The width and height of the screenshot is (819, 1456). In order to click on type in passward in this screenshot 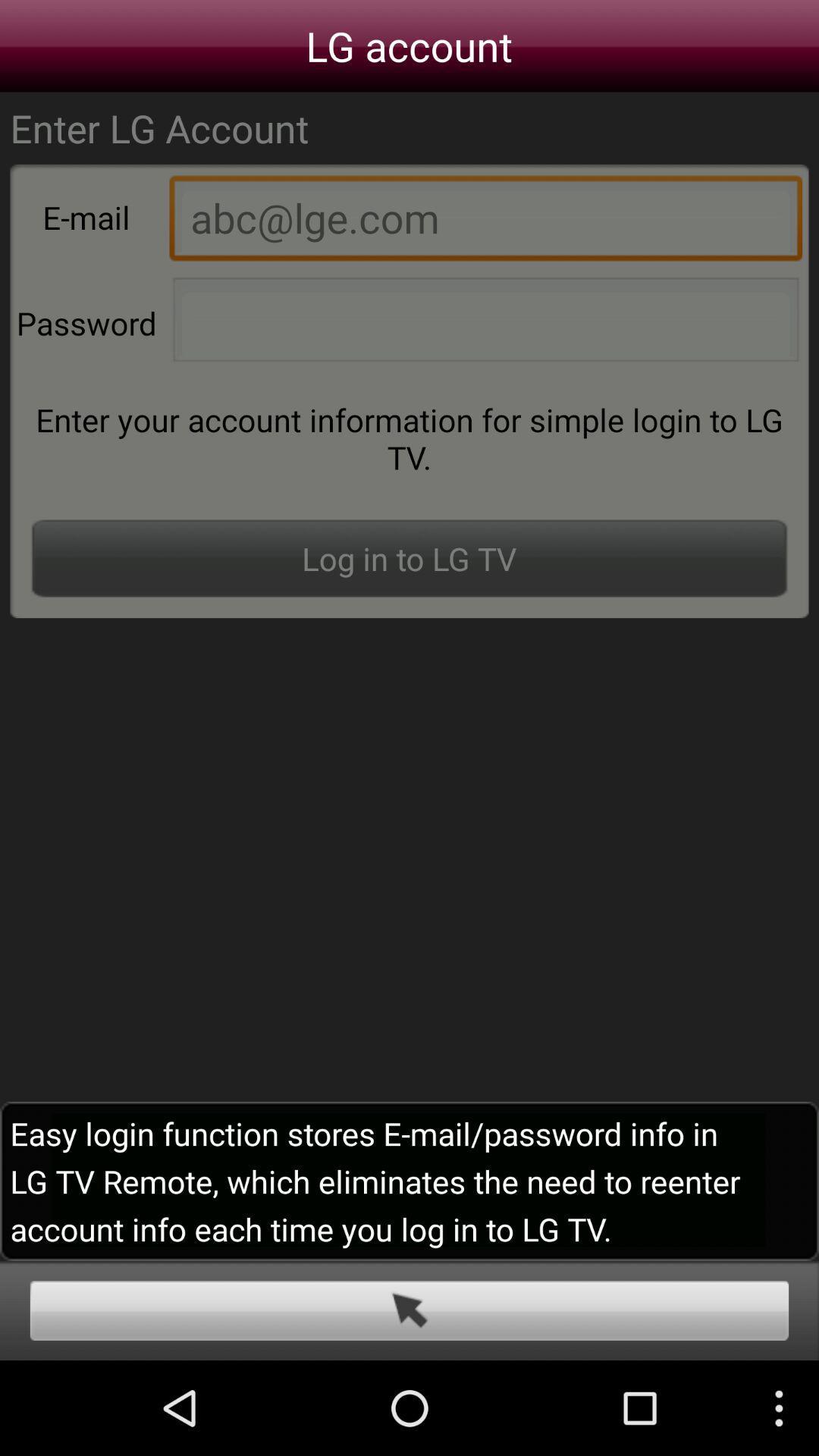, I will do `click(485, 323)`.